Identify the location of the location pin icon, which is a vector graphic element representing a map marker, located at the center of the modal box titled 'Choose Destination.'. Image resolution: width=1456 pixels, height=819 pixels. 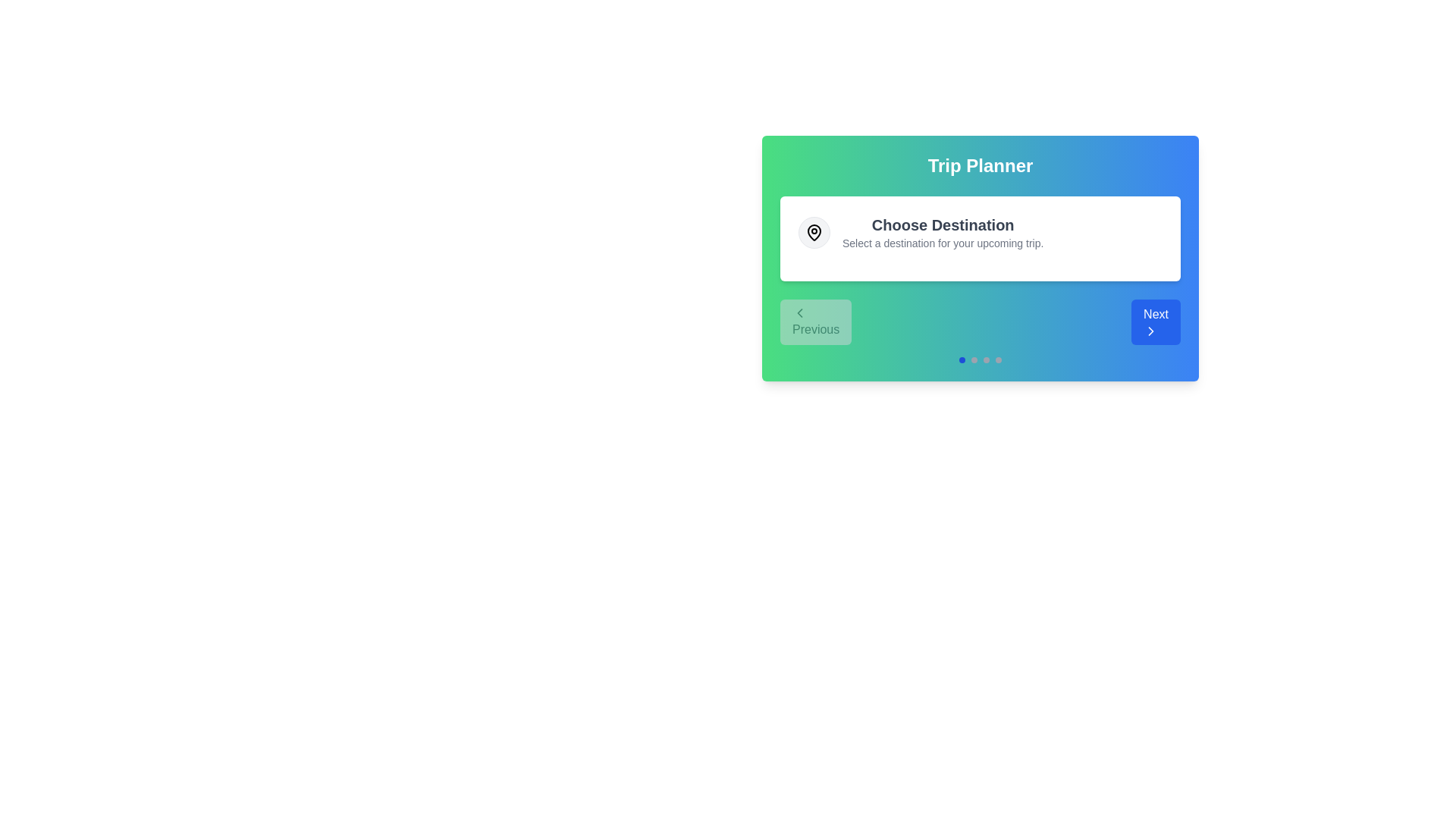
(814, 231).